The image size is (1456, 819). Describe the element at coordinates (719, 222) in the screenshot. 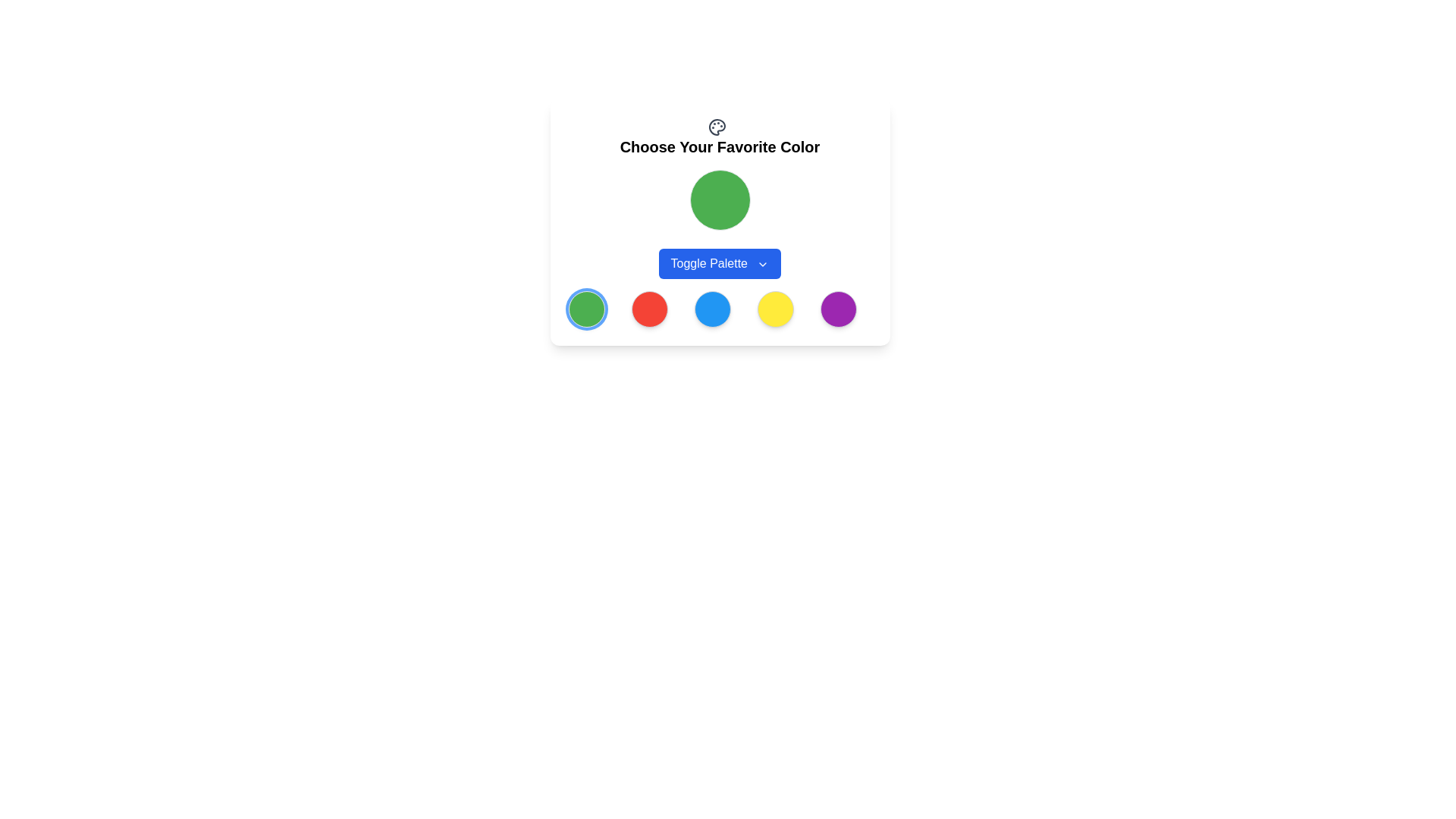

I see `the circular area with a solid green background located centrally below the title 'Choose Your Favorite Color' and above the 'Toggle Palette' button` at that location.